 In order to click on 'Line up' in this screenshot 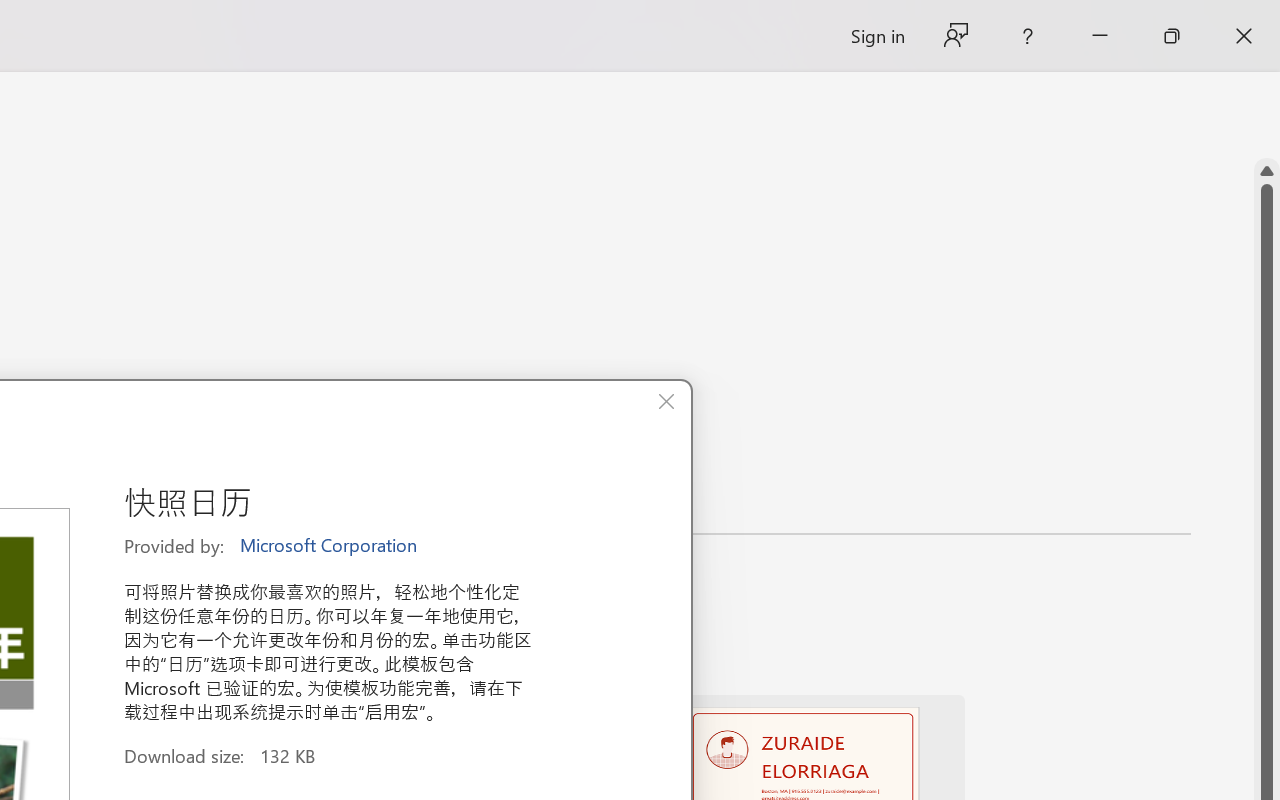, I will do `click(1266, 170)`.